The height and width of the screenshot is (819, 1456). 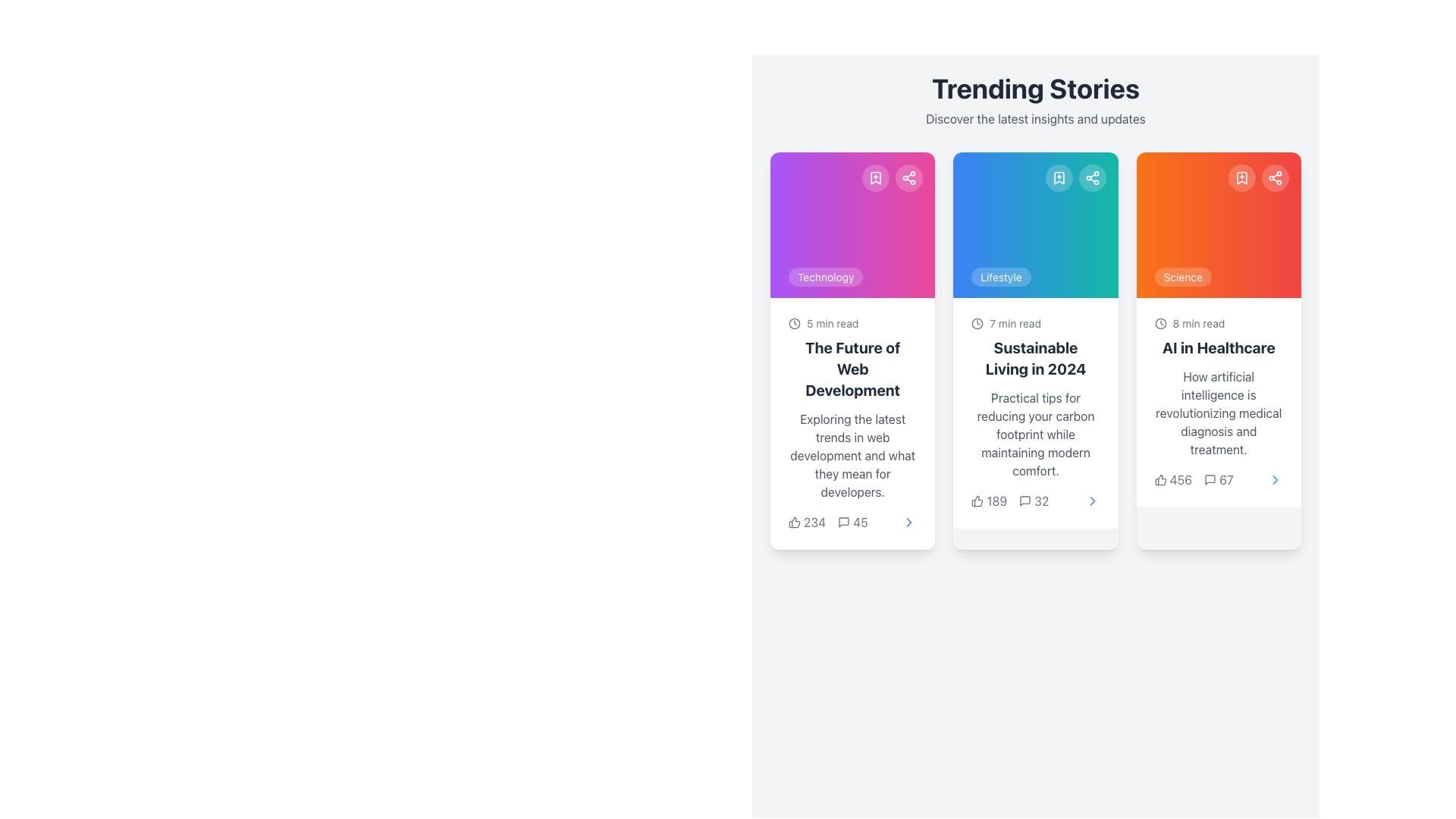 What do you see at coordinates (1210, 479) in the screenshot?
I see `the small chat bubble icon representing the comment feature, located to the left of the numerical indicator ('67') in the 'AI in Healthcare' section` at bounding box center [1210, 479].